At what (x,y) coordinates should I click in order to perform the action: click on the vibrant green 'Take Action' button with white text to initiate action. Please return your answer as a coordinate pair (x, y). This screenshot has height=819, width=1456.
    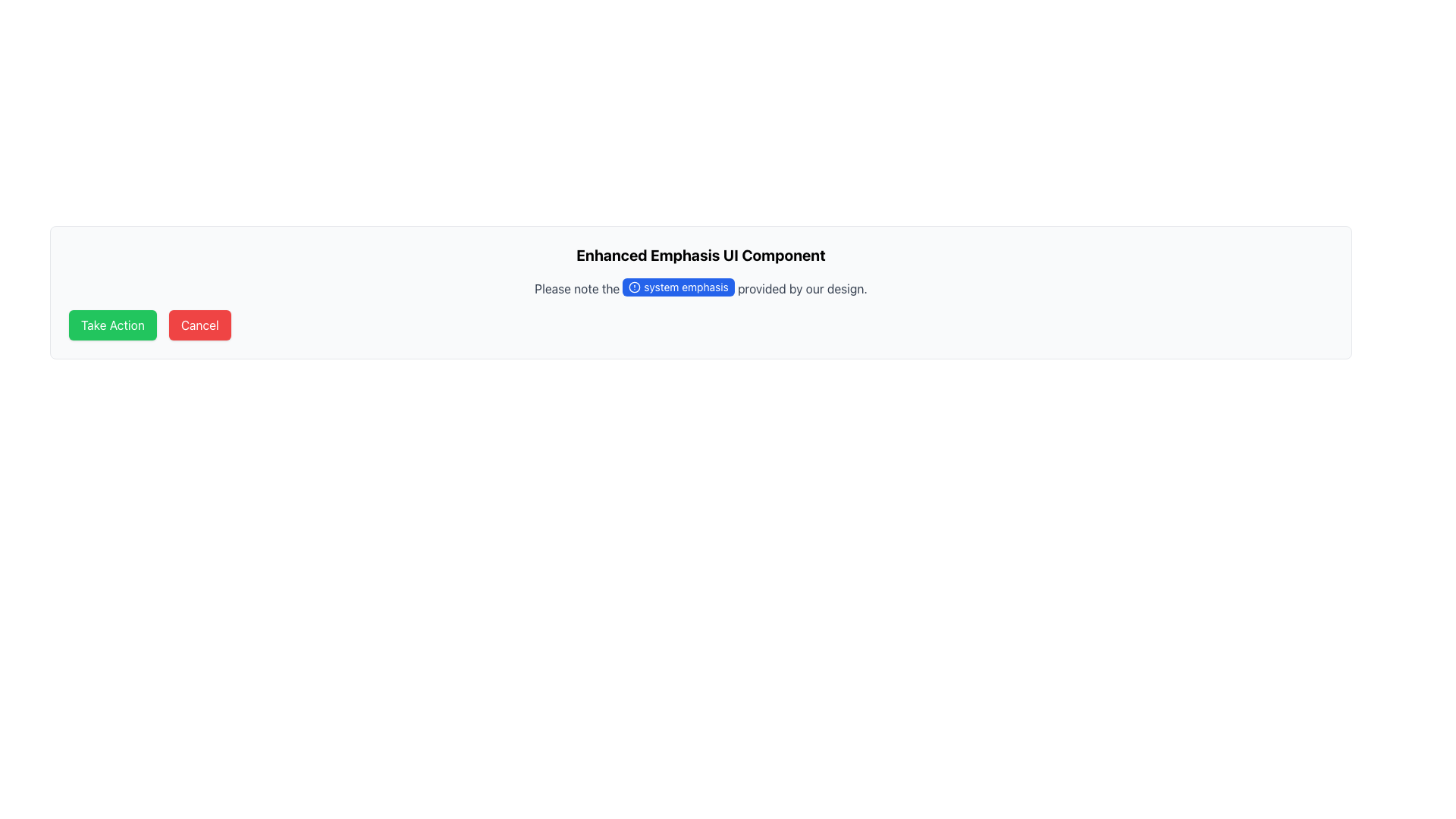
    Looking at the image, I should click on (111, 324).